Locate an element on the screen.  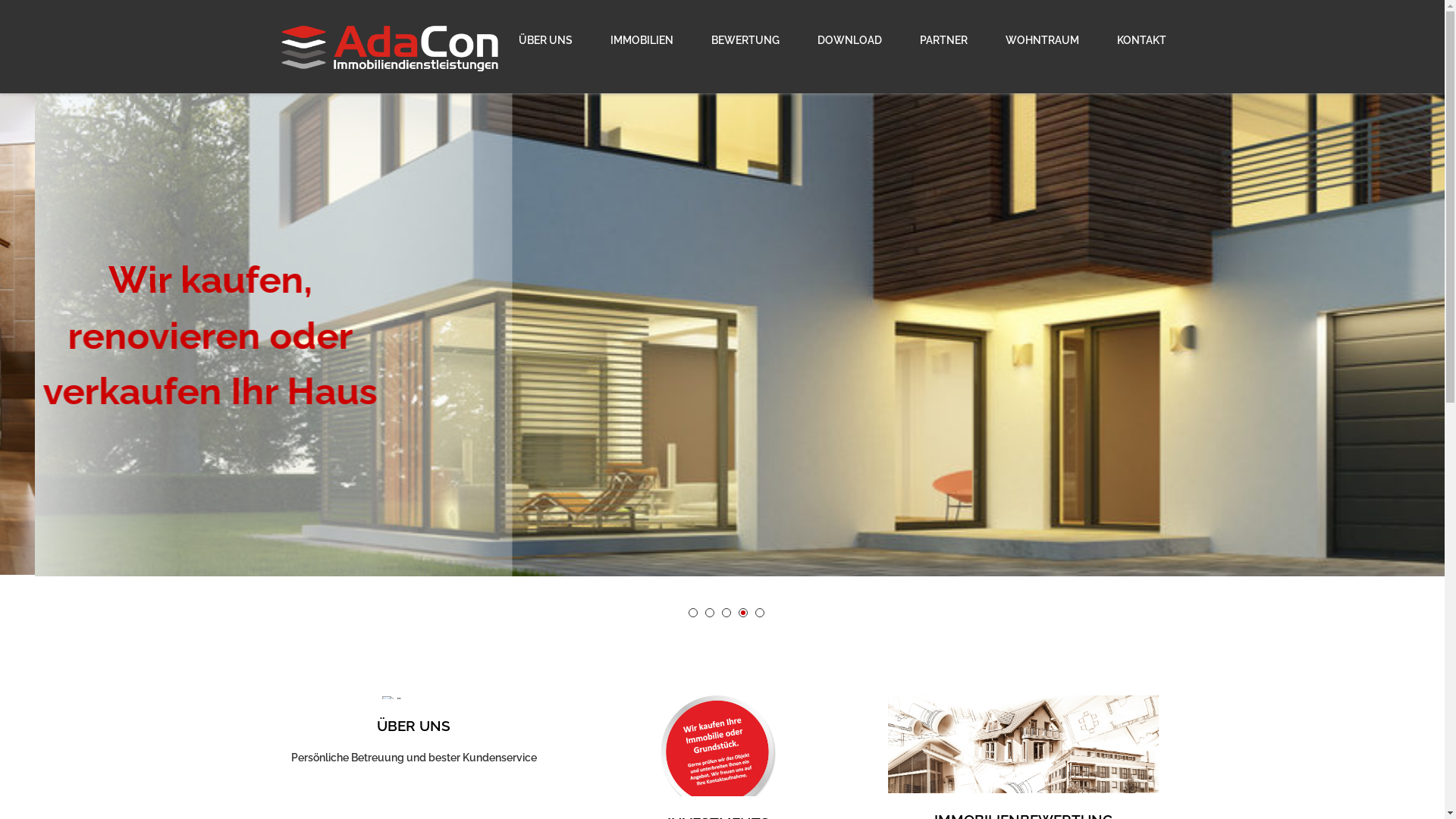
'KONTAKT' is located at coordinates (1132, 39).